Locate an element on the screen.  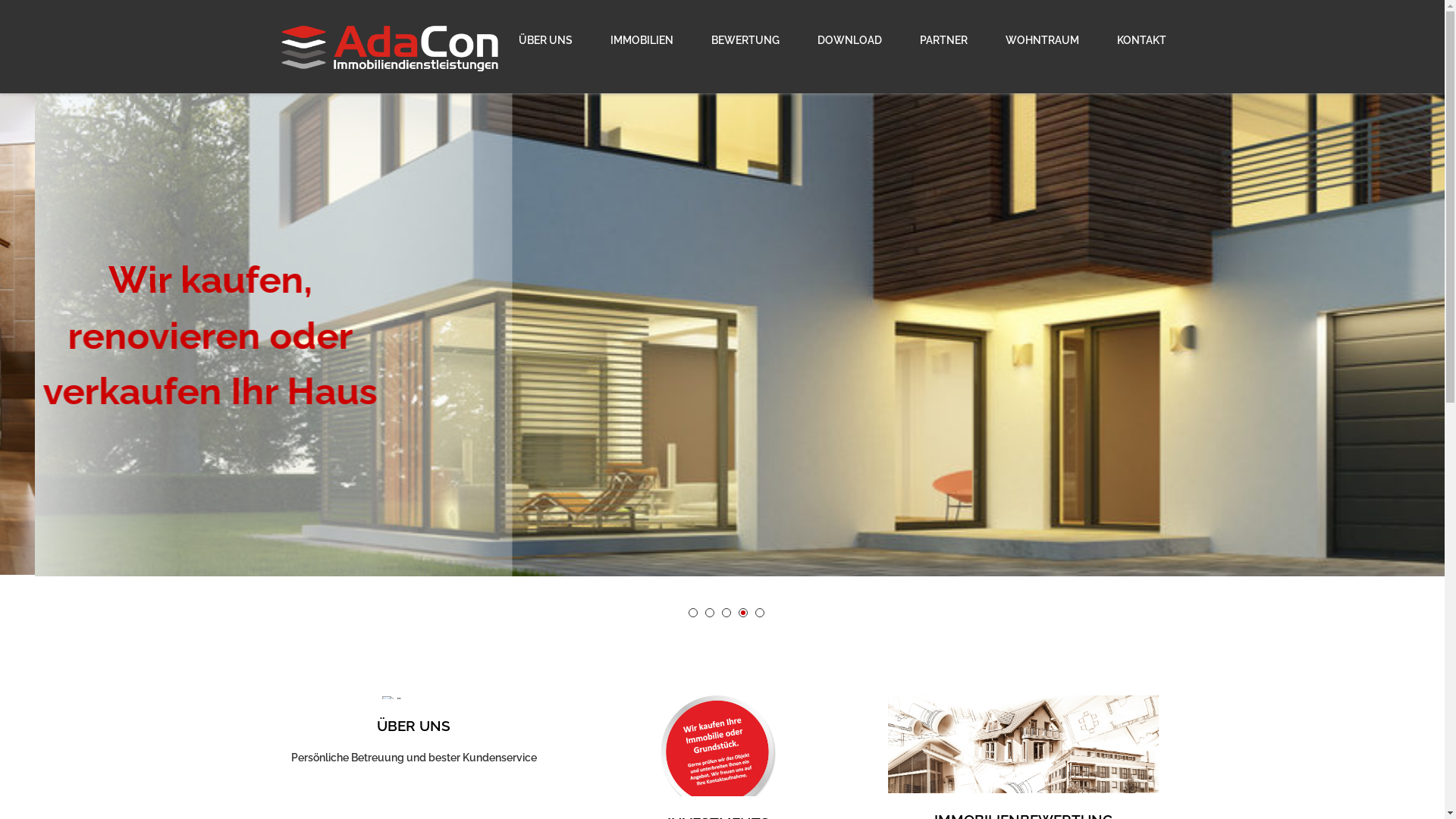
'KONTAKT' is located at coordinates (1132, 39).